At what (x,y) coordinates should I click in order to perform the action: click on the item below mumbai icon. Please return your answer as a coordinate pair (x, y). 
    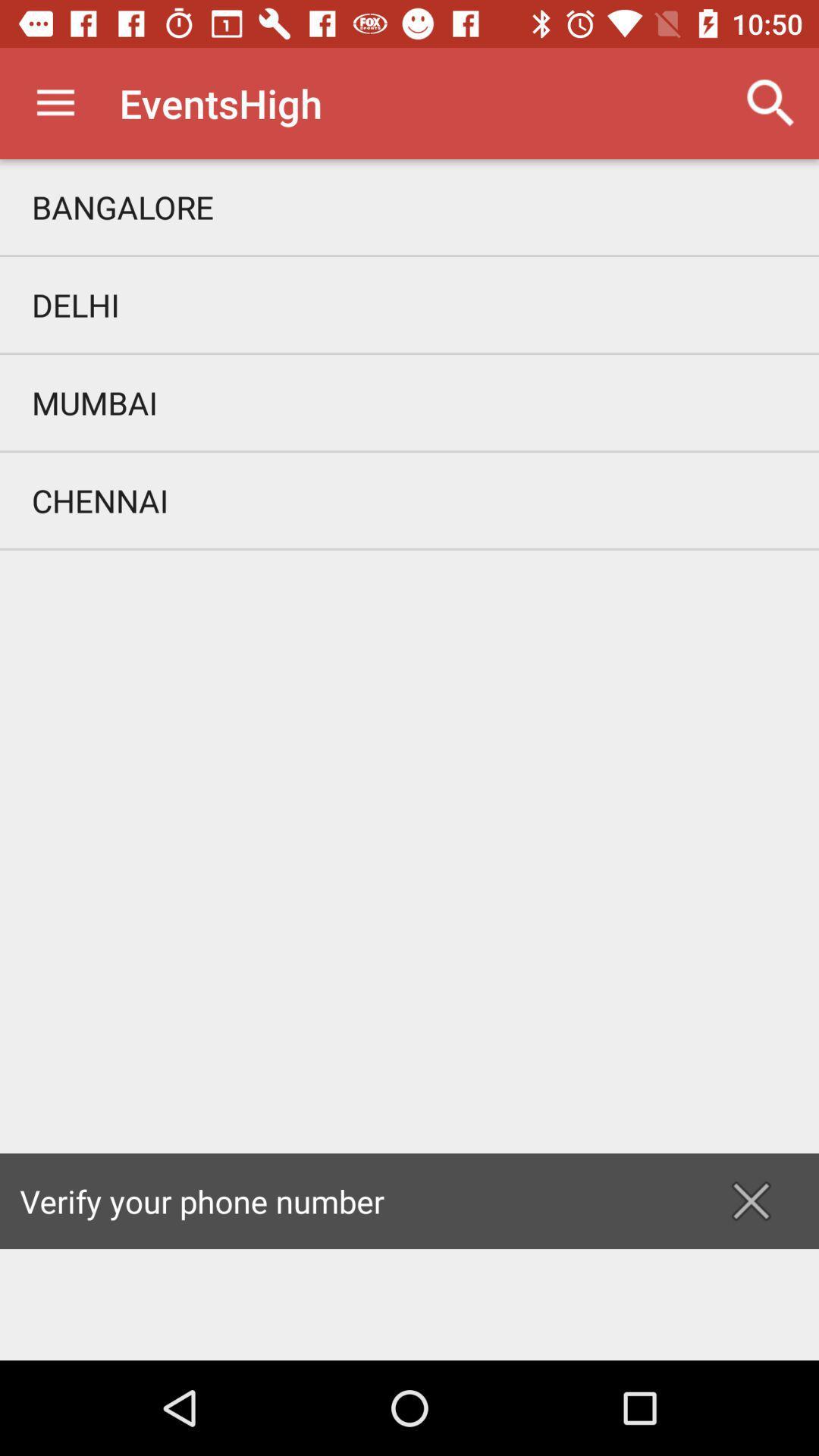
    Looking at the image, I should click on (409, 500).